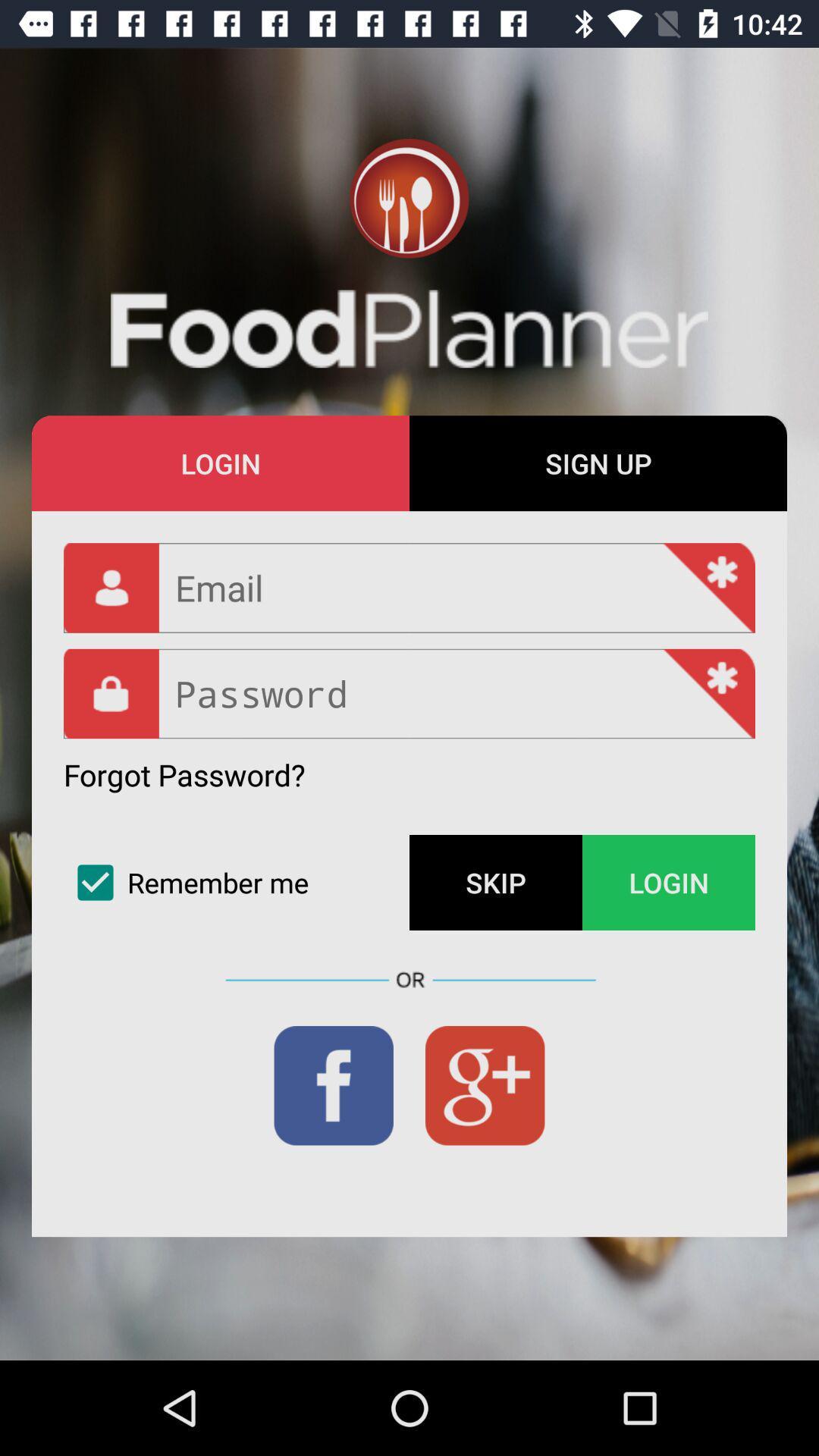 The width and height of the screenshot is (819, 1456). I want to click on password, so click(409, 693).